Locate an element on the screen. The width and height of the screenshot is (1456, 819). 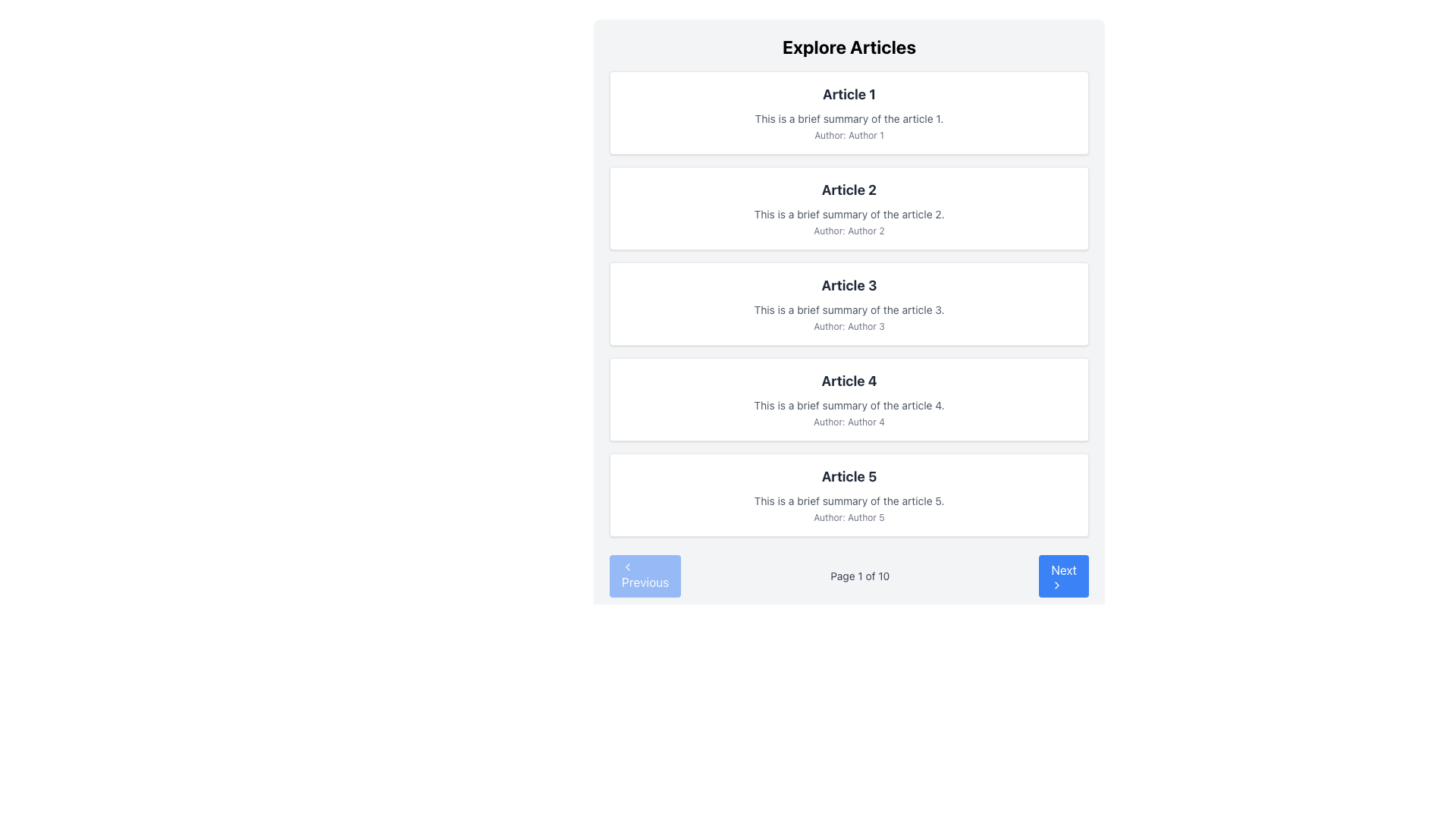
the Static text header, which serves as a section title above the list of articles is located at coordinates (848, 45).